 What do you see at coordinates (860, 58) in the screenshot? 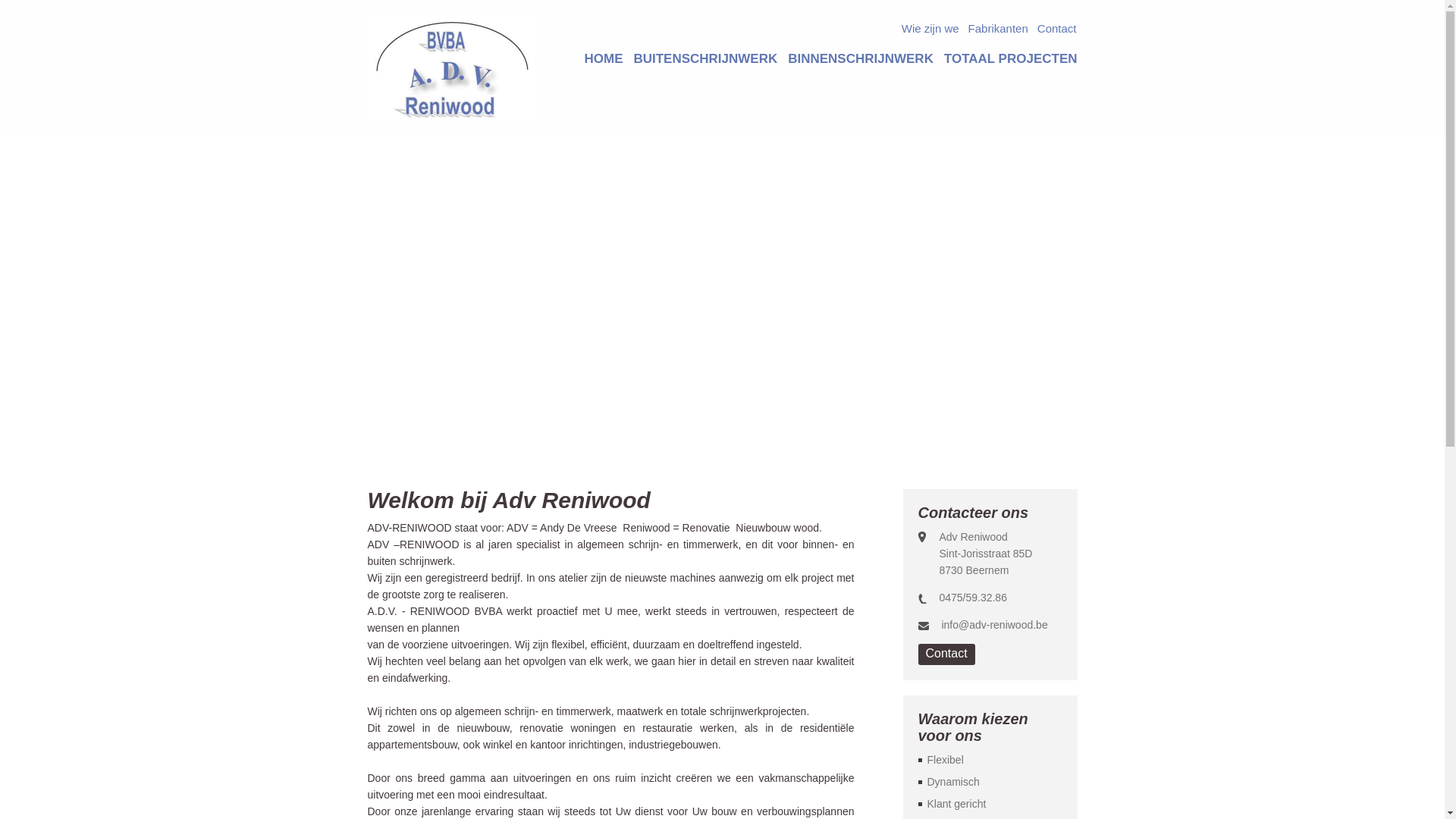
I see `'BINNENSCHRIJNWERK'` at bounding box center [860, 58].